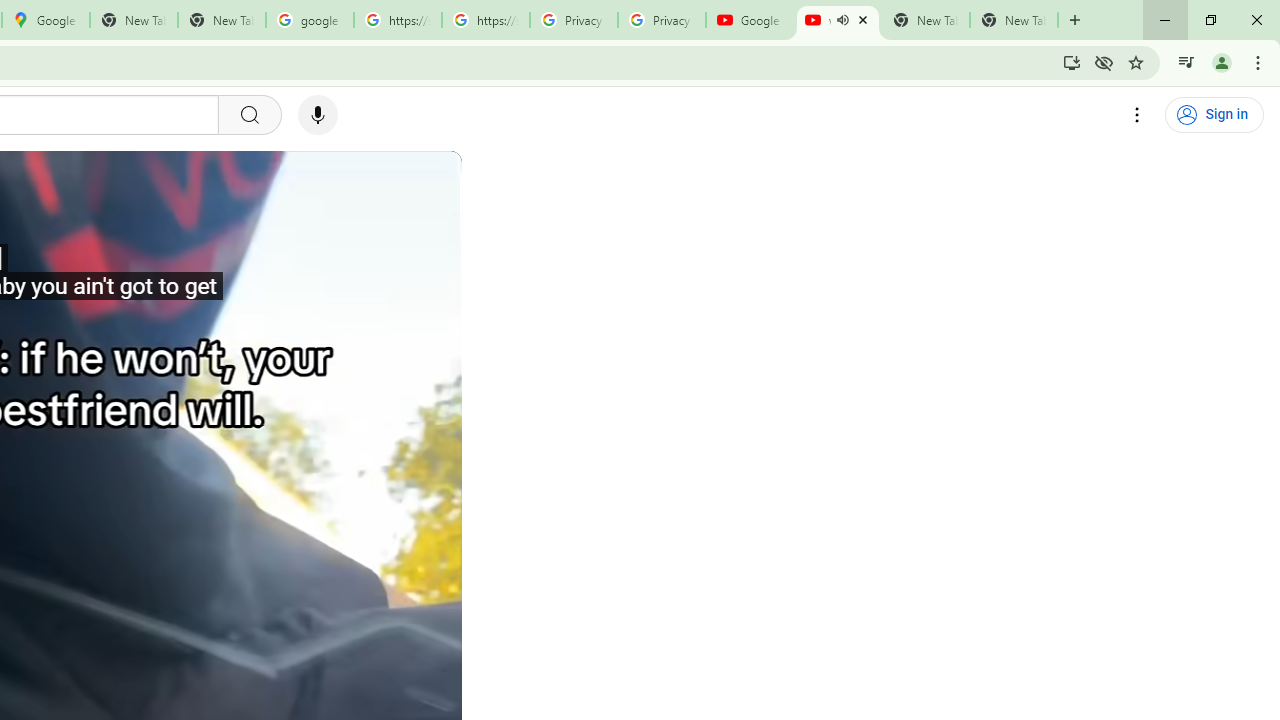 This screenshot has height=720, width=1280. What do you see at coordinates (1165, 20) in the screenshot?
I see `'Minimize'` at bounding box center [1165, 20].